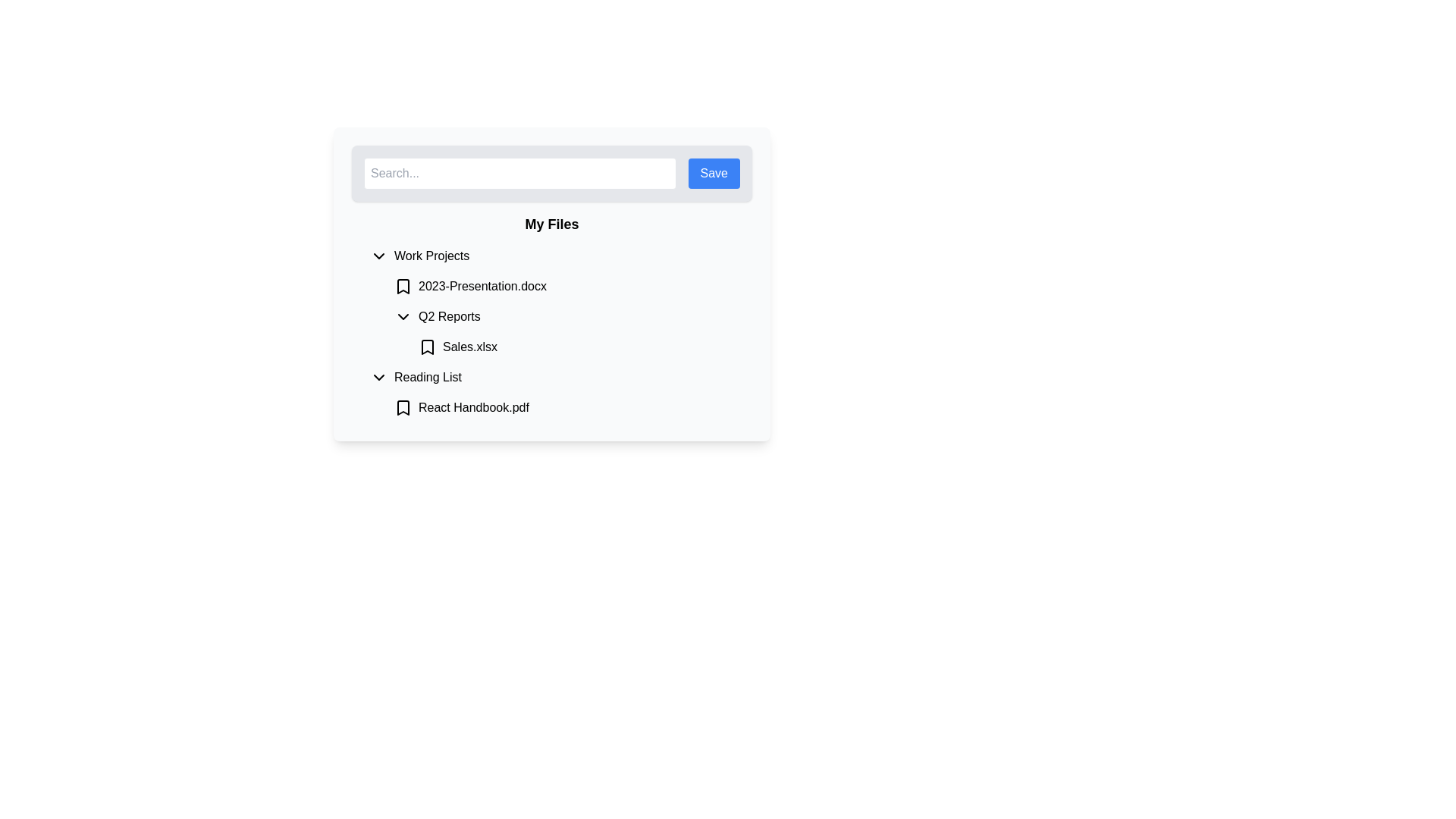  I want to click on the text label displaying the file name 'Sales.xlsx', so click(469, 347).